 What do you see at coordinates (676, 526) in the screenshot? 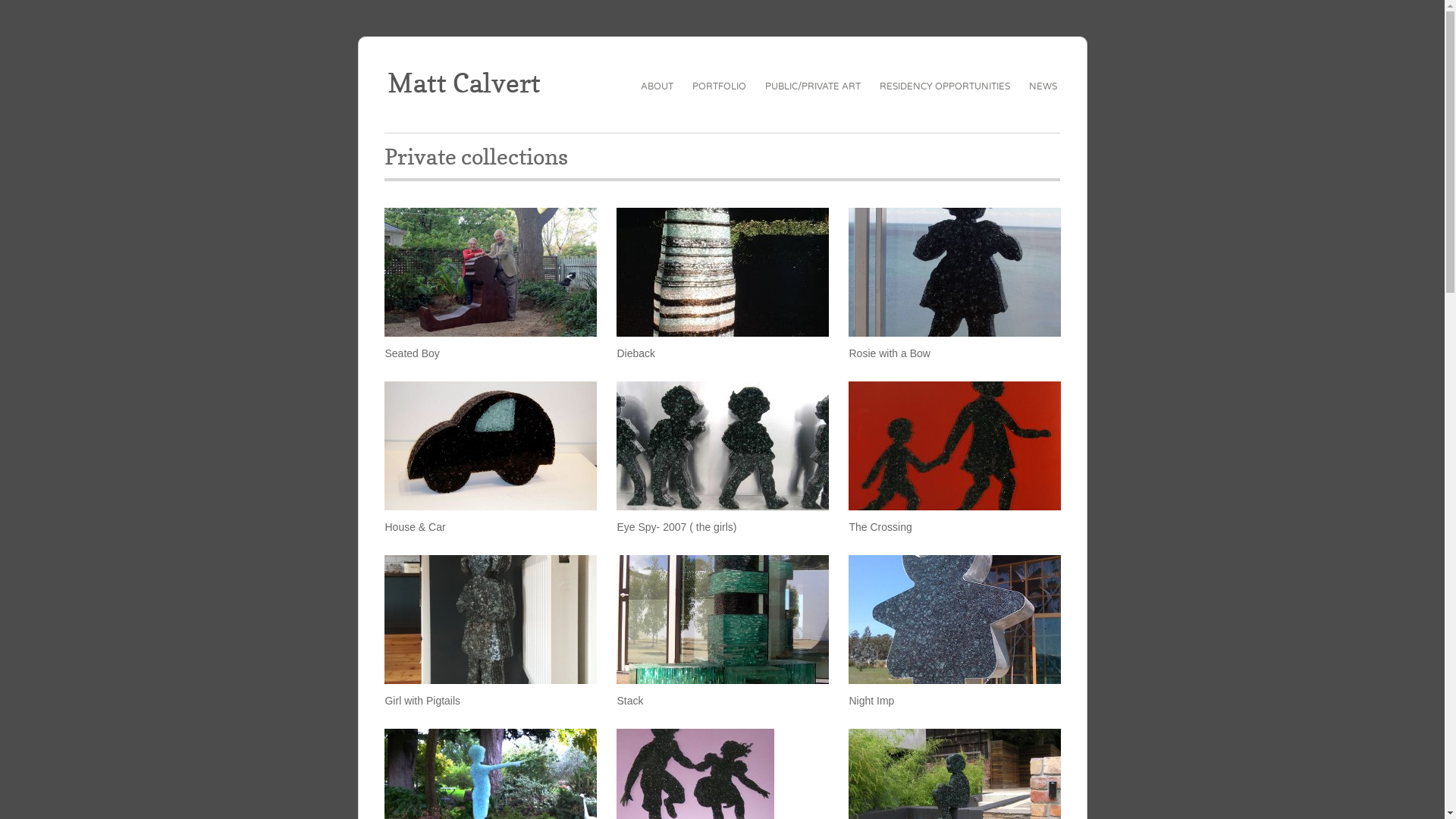
I see `'Eye Spy- 2007 ( the girls)'` at bounding box center [676, 526].